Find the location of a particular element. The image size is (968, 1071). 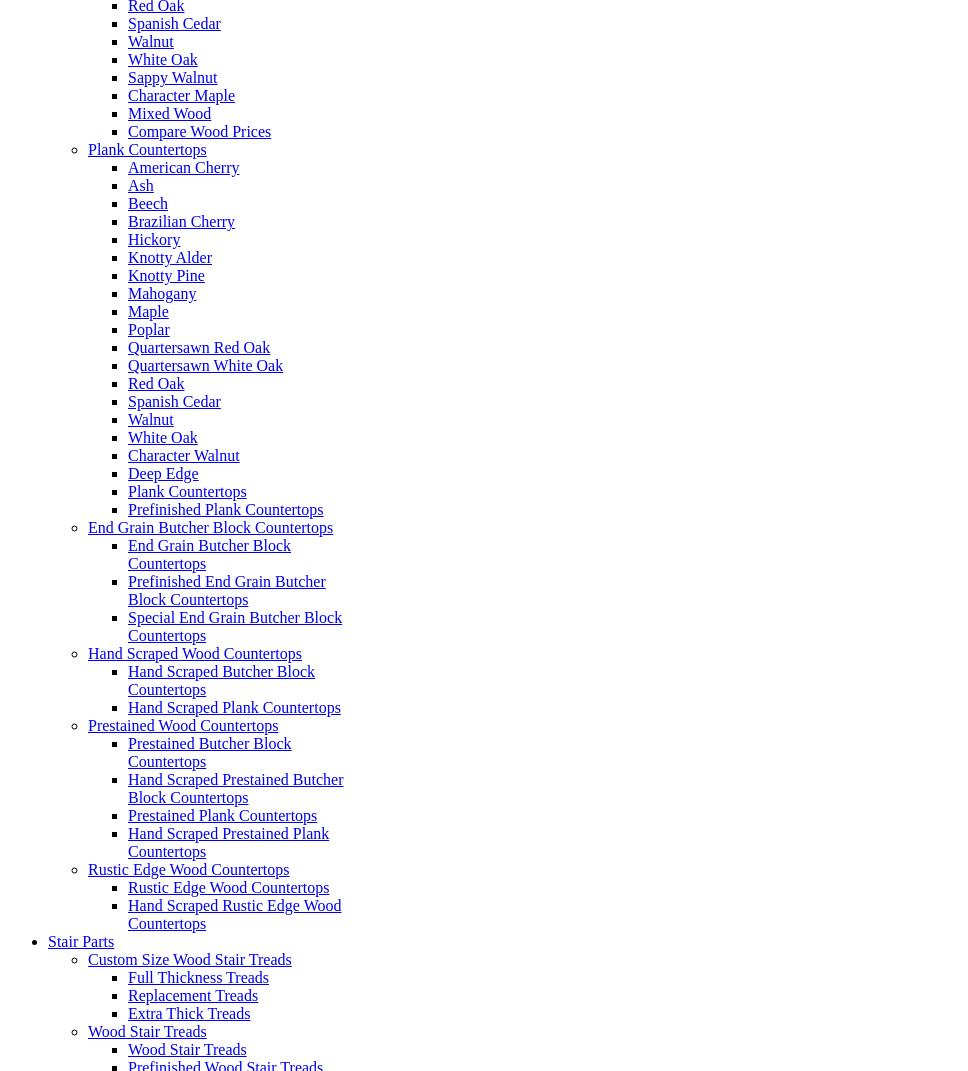

'Brazilian Cherry' is located at coordinates (181, 220).